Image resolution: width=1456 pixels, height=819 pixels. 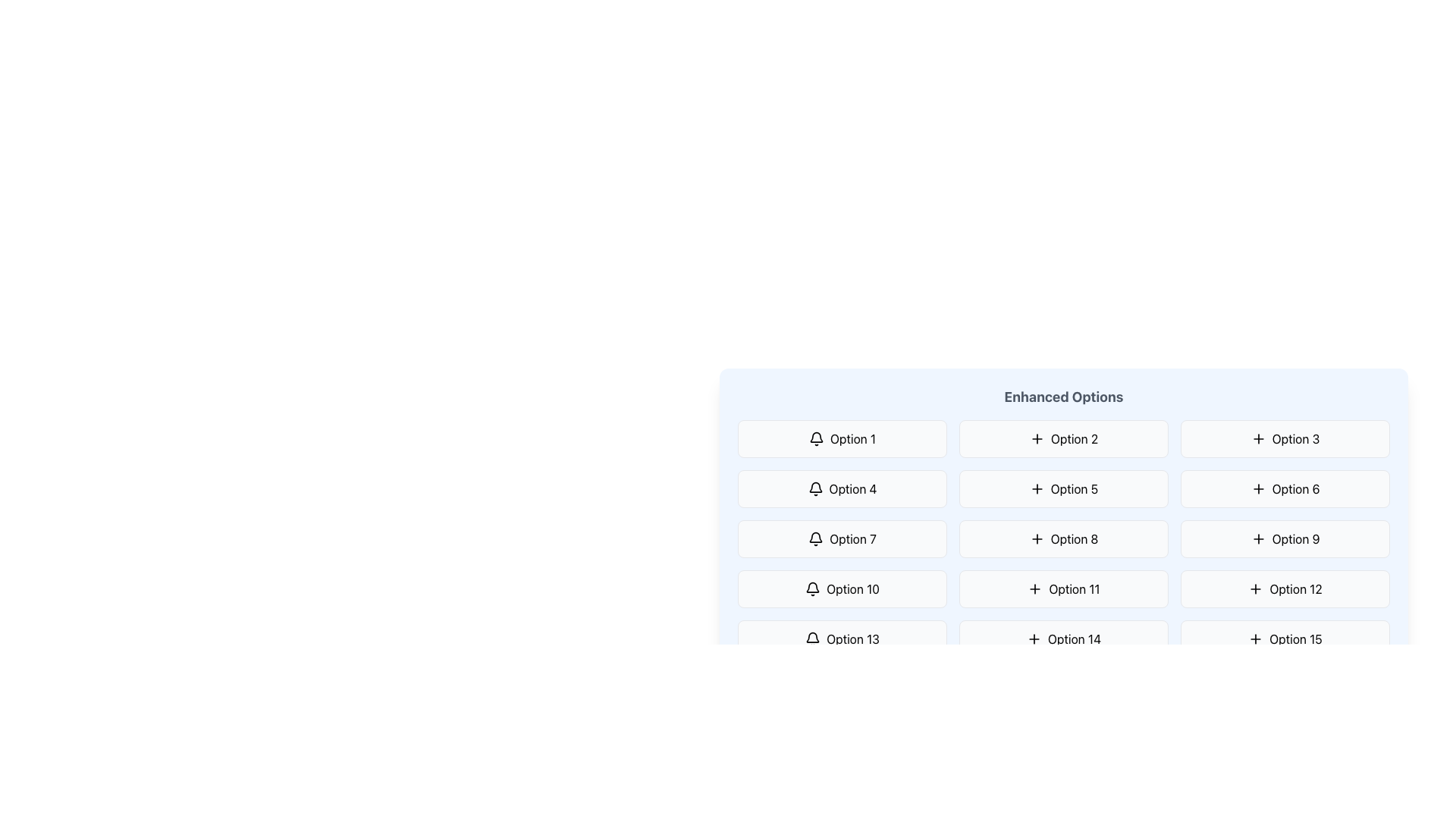 I want to click on the button labeled 'Option 3', so click(x=1284, y=438).